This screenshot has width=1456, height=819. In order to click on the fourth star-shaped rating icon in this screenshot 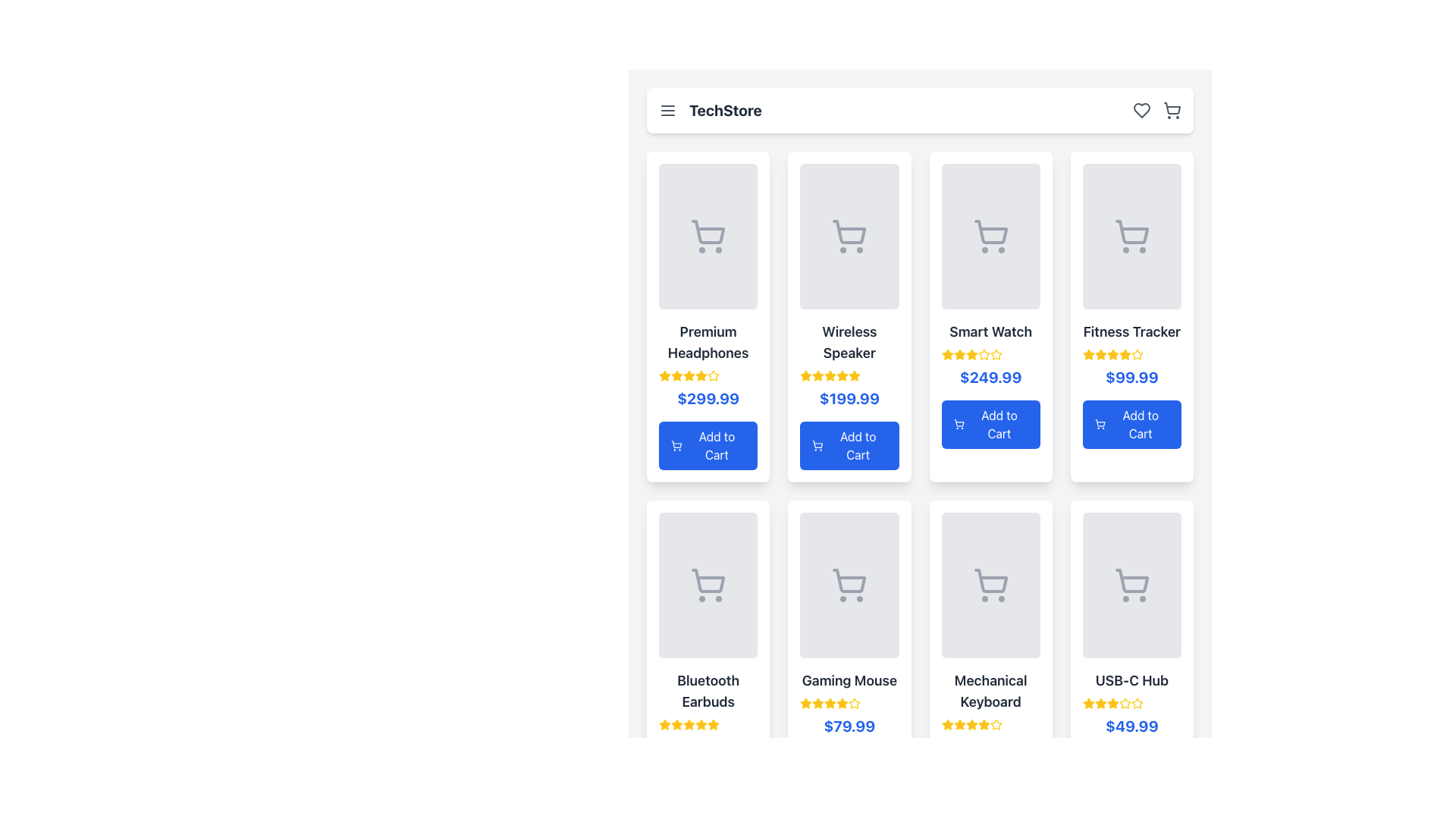, I will do `click(688, 724)`.